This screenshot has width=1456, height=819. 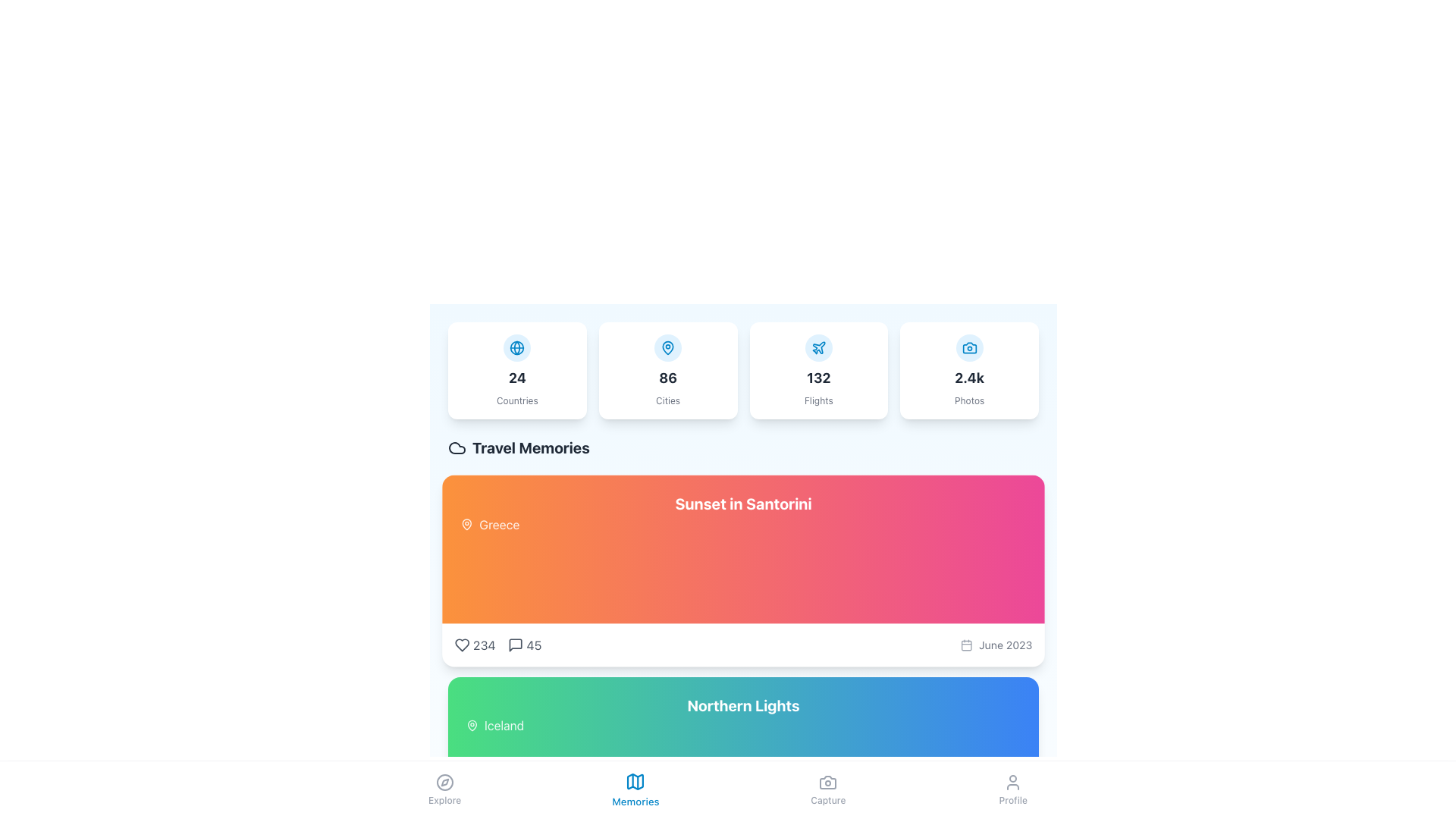 I want to click on the 'Explore' button located at the bottom-left corner of the navigation bar, which features a compass icon and the label 'Explore', so click(x=444, y=789).